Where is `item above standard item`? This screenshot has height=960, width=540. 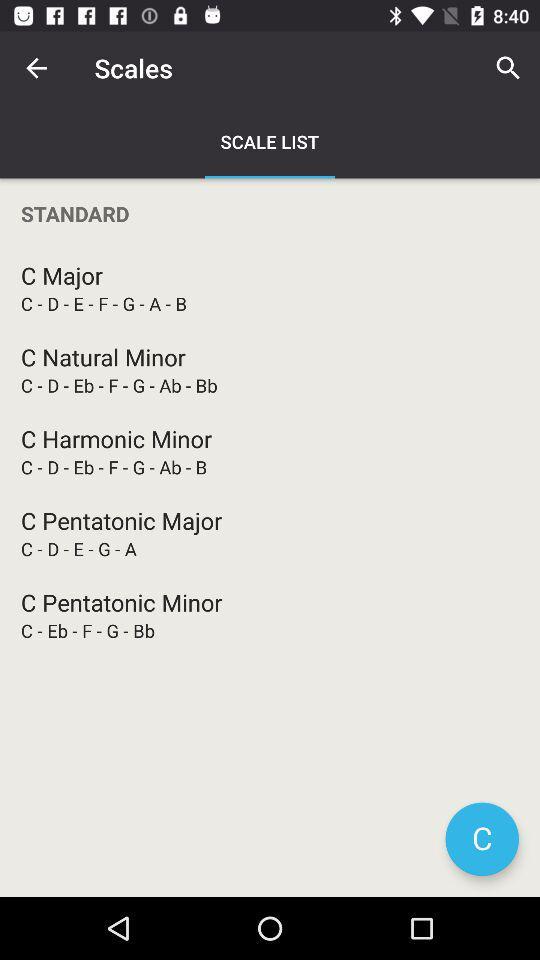
item above standard item is located at coordinates (508, 68).